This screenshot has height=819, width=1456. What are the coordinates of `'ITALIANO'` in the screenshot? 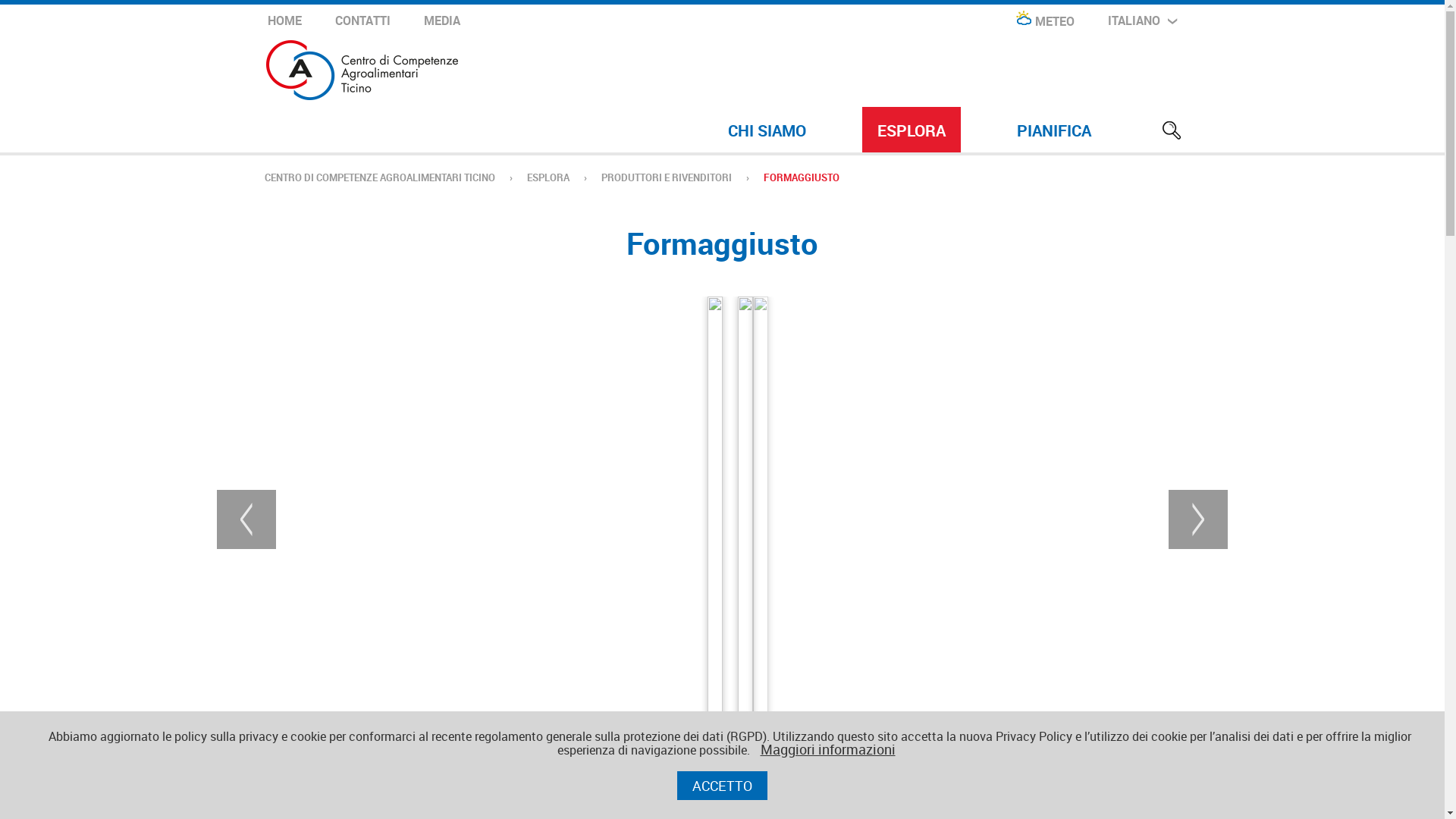 It's located at (1142, 20).